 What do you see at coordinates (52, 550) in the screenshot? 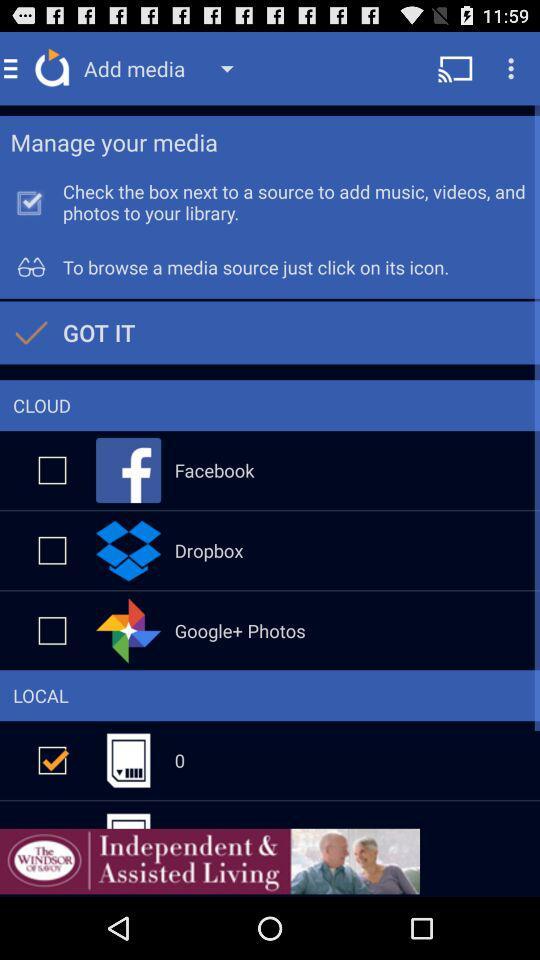
I see `dropbox` at bounding box center [52, 550].